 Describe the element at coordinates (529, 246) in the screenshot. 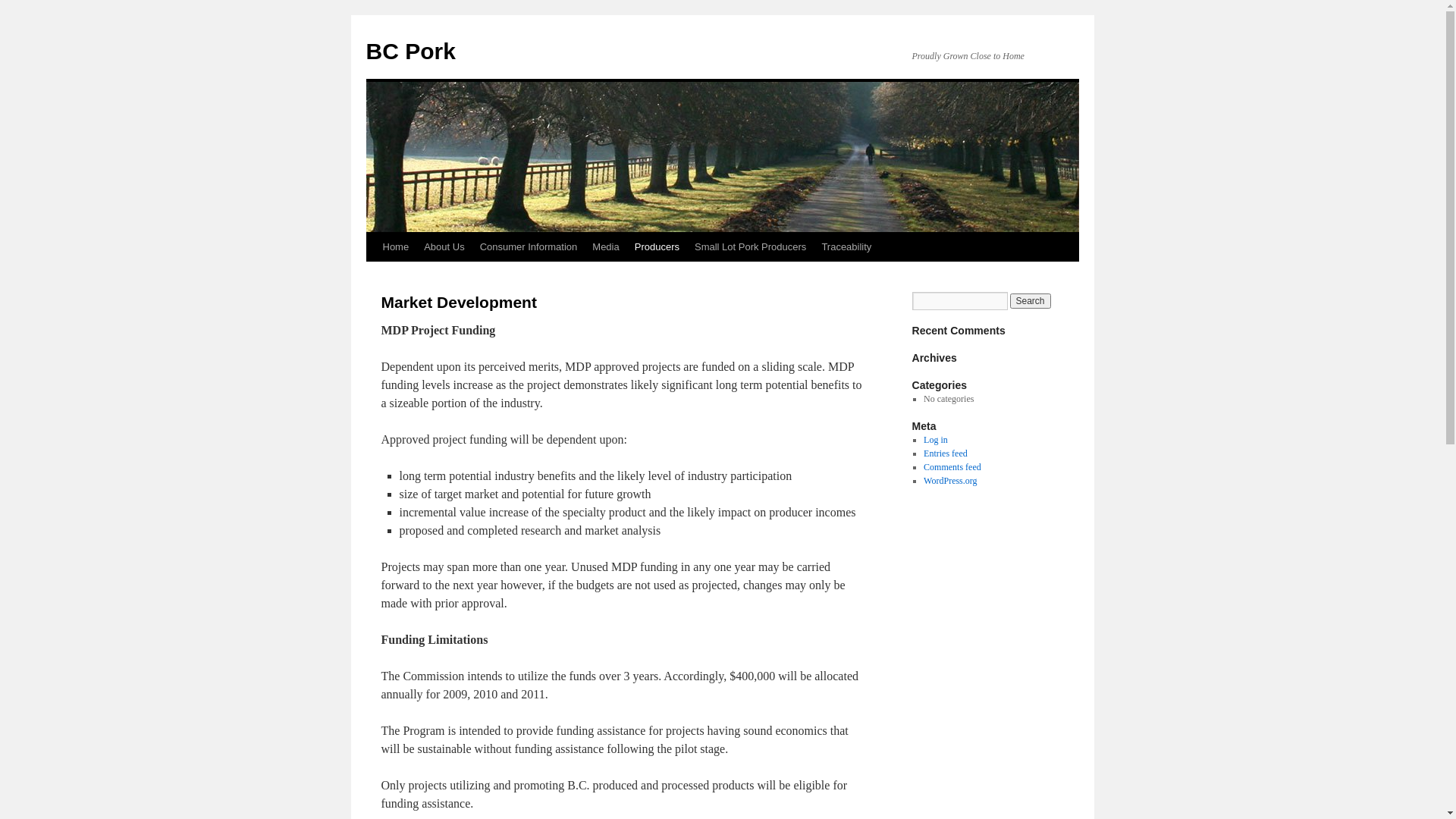

I see `'Consumer Information'` at that location.